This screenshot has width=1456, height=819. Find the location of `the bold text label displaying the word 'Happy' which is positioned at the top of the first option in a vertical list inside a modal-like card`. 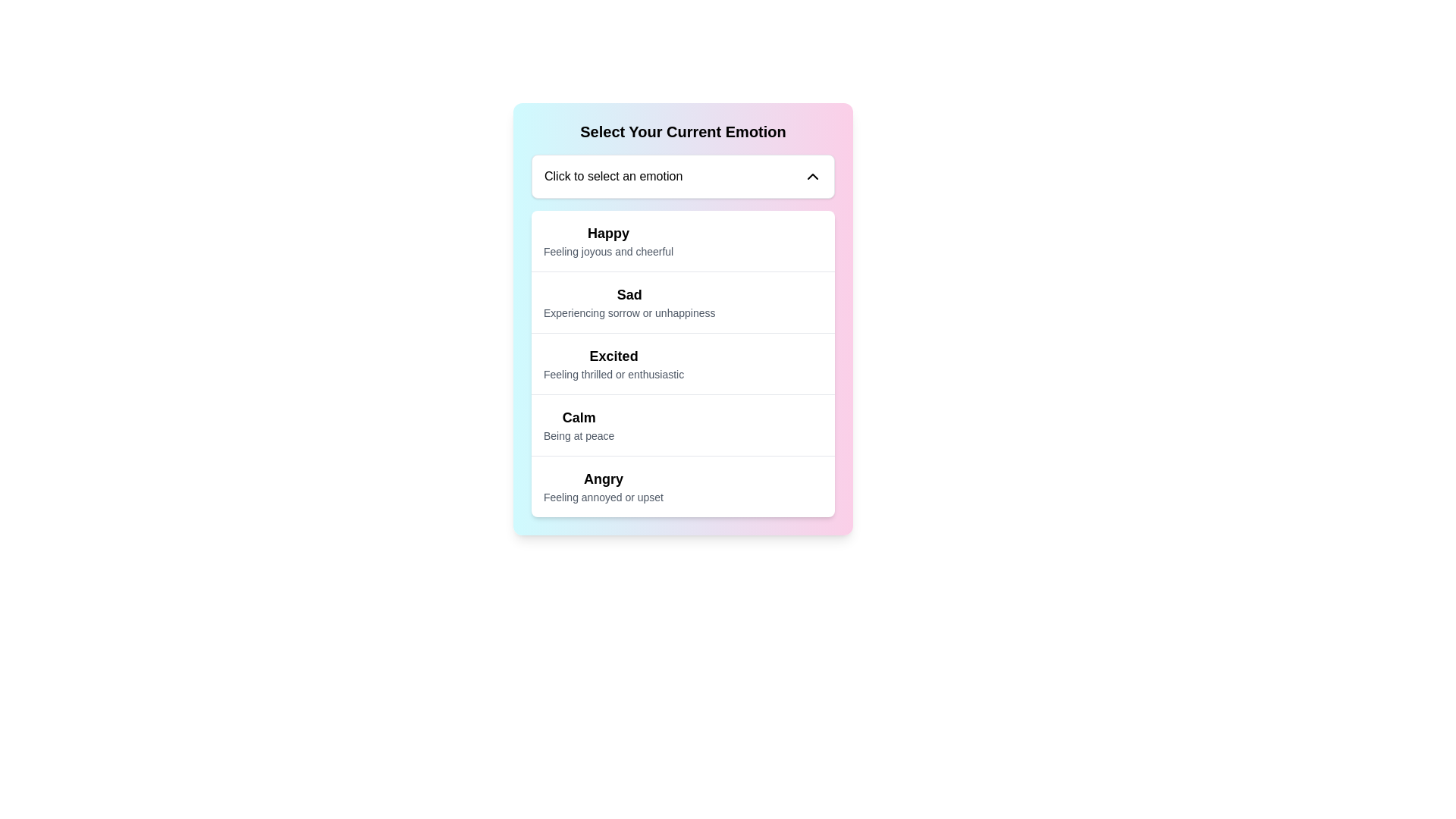

the bold text label displaying the word 'Happy' which is positioned at the top of the first option in a vertical list inside a modal-like card is located at coordinates (608, 234).